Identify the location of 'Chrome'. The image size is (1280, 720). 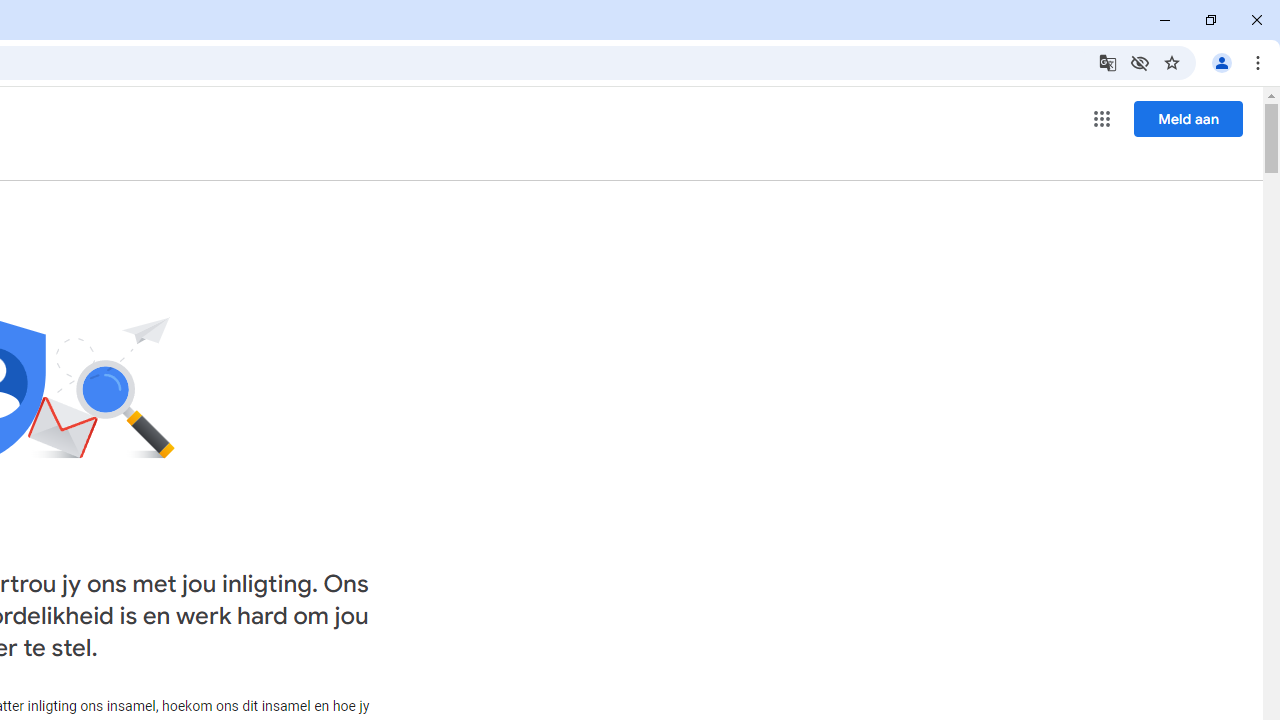
(1259, 61).